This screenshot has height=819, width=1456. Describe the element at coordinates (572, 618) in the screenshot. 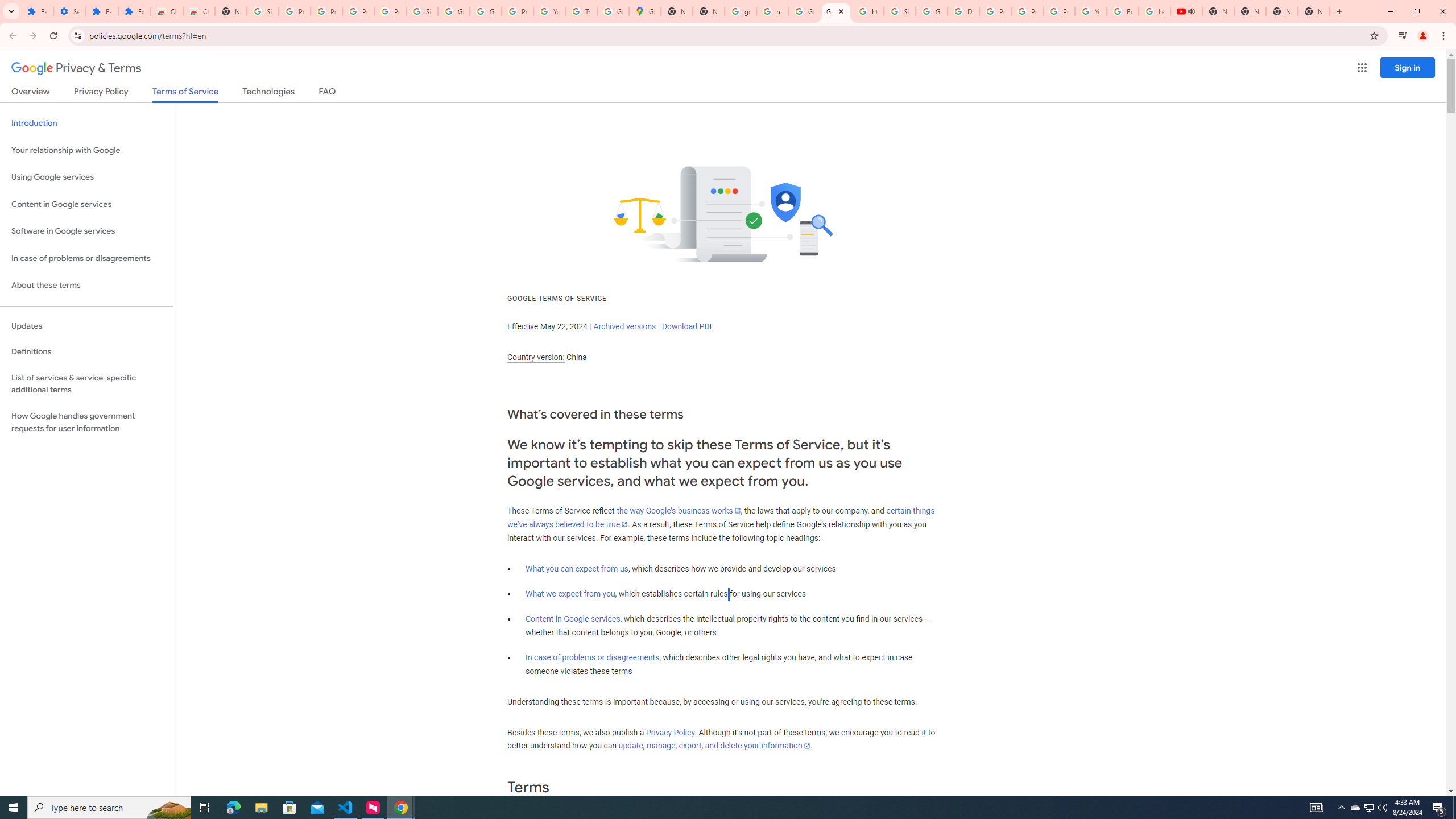

I see `'Content in Google services'` at that location.